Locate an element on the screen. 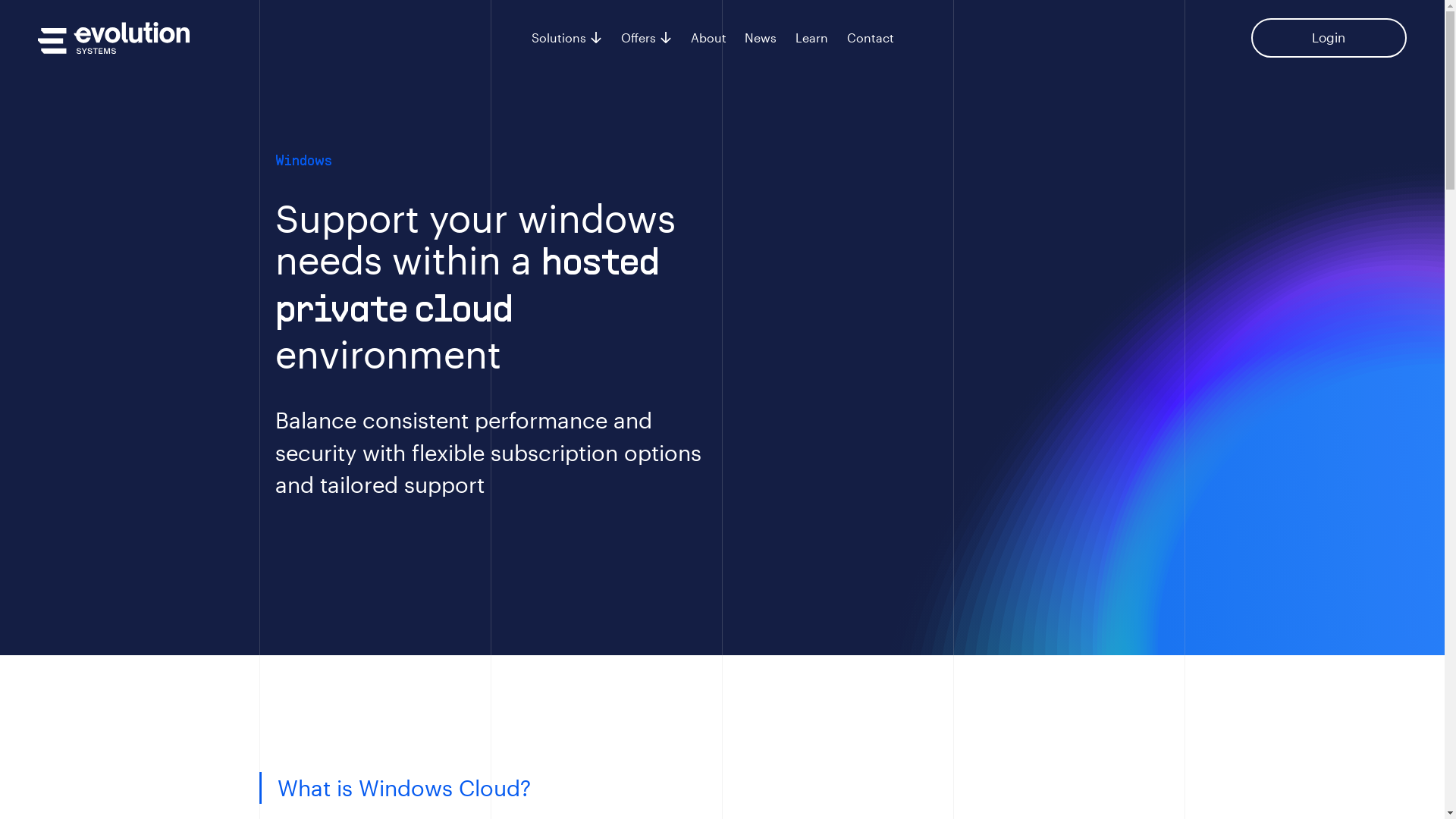 The width and height of the screenshot is (1456, 819). 'About' is located at coordinates (708, 37).